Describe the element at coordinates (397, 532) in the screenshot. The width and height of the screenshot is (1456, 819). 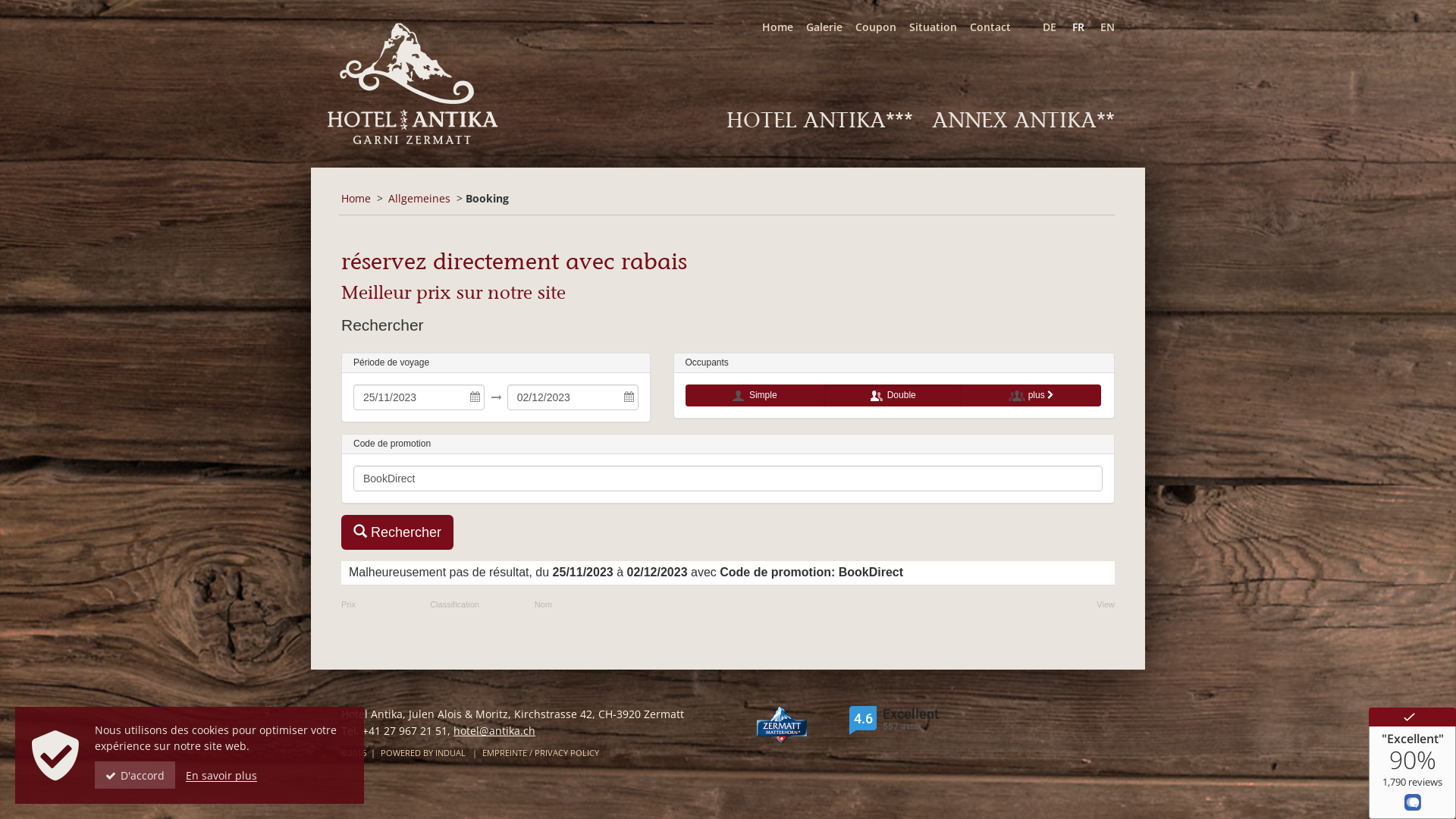
I see `'Rechercher'` at that location.